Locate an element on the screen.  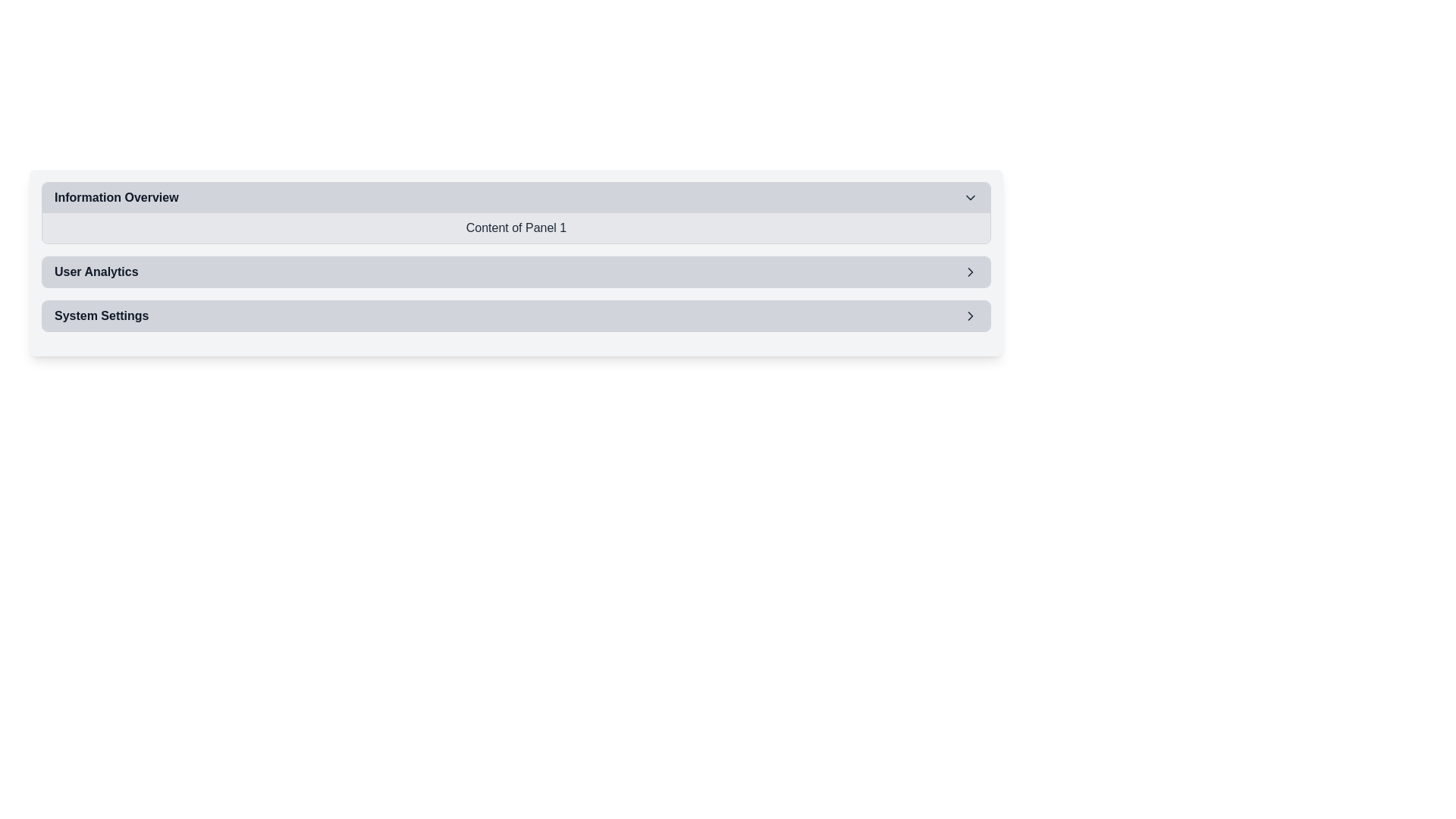
the right-chevron icon located to the right of the 'User Analytics' text section in the collapsible menu to indicate navigation or expansion functionality is located at coordinates (971, 271).